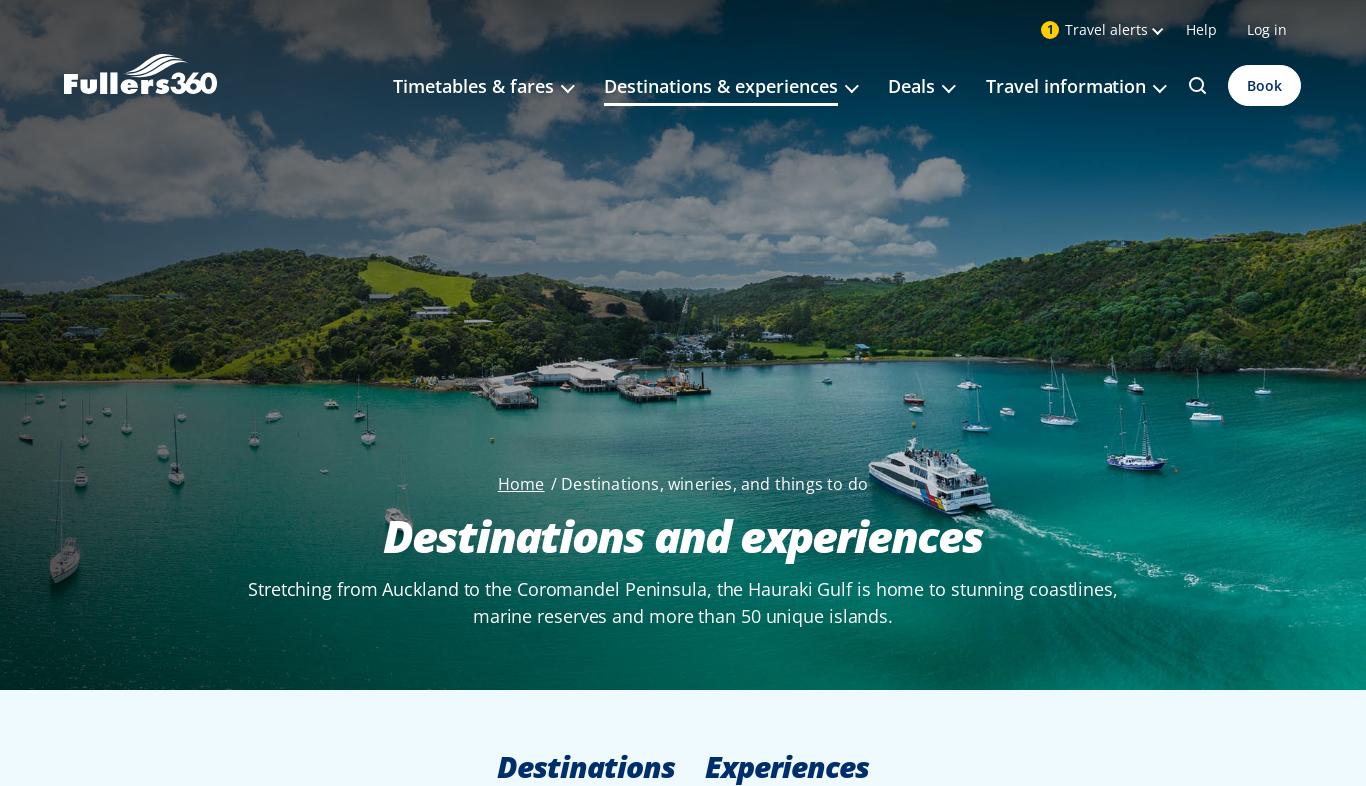  Describe the element at coordinates (714, 483) in the screenshot. I see `'Destinations, wineries, and things to do'` at that location.